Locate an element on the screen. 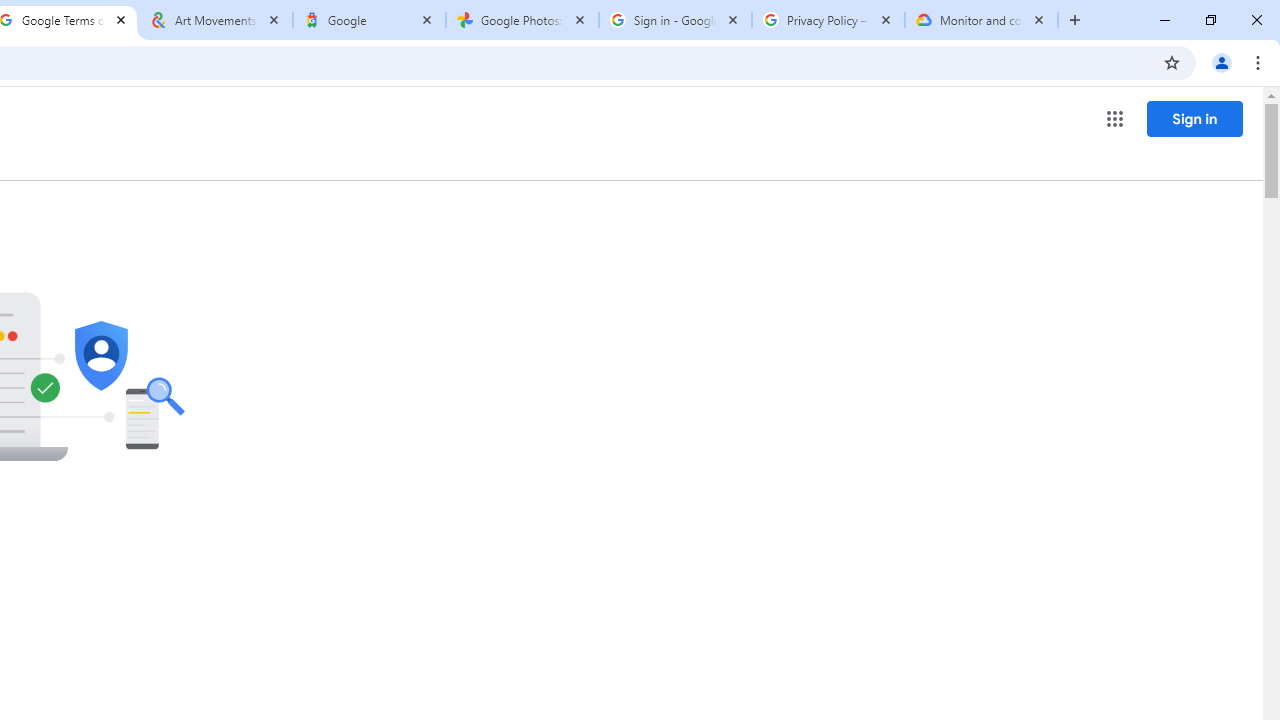 Image resolution: width=1280 pixels, height=720 pixels. 'Google' is located at coordinates (369, 20).